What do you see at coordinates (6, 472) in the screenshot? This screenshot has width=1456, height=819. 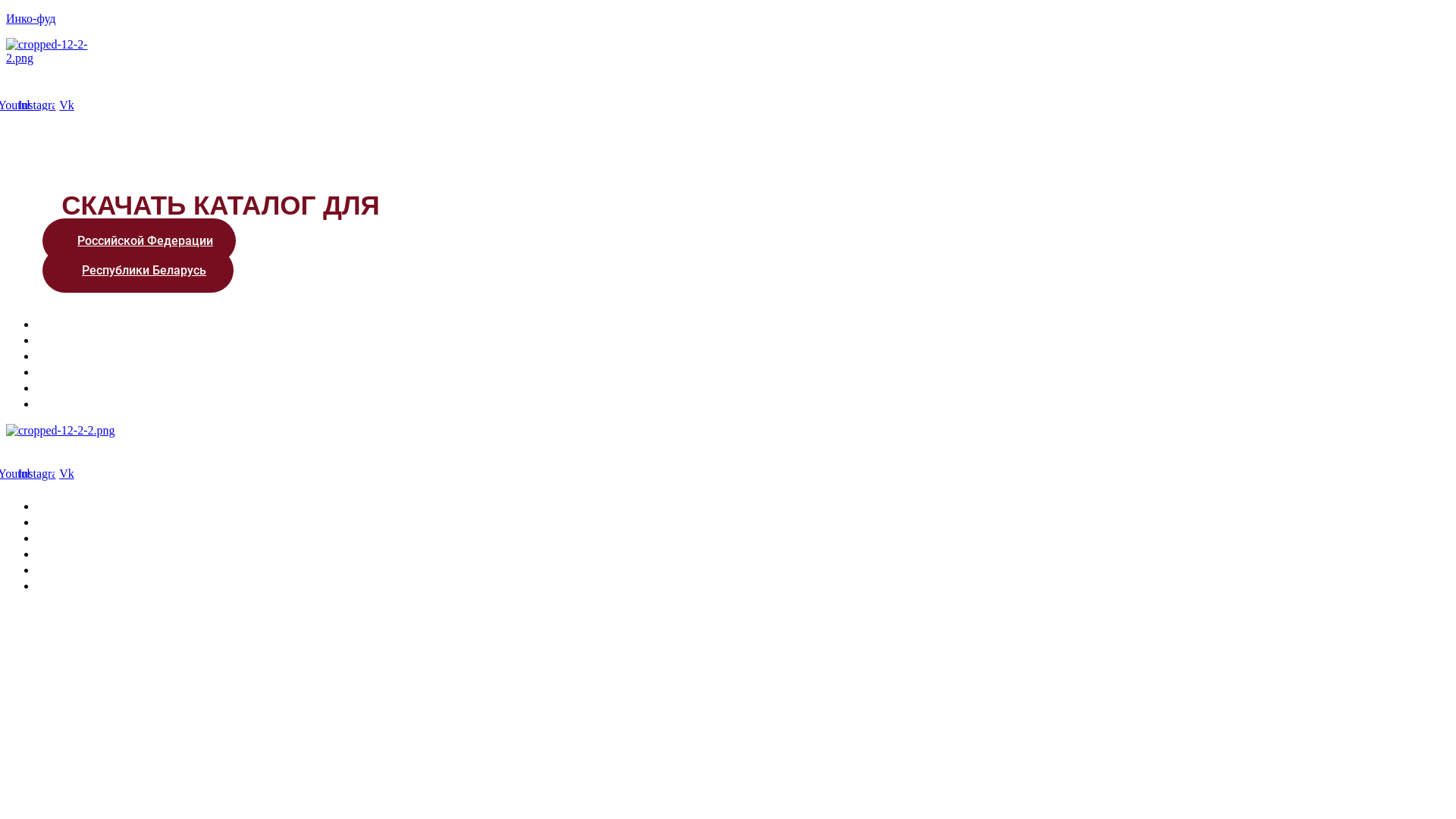 I see `'Youtube'` at bounding box center [6, 472].